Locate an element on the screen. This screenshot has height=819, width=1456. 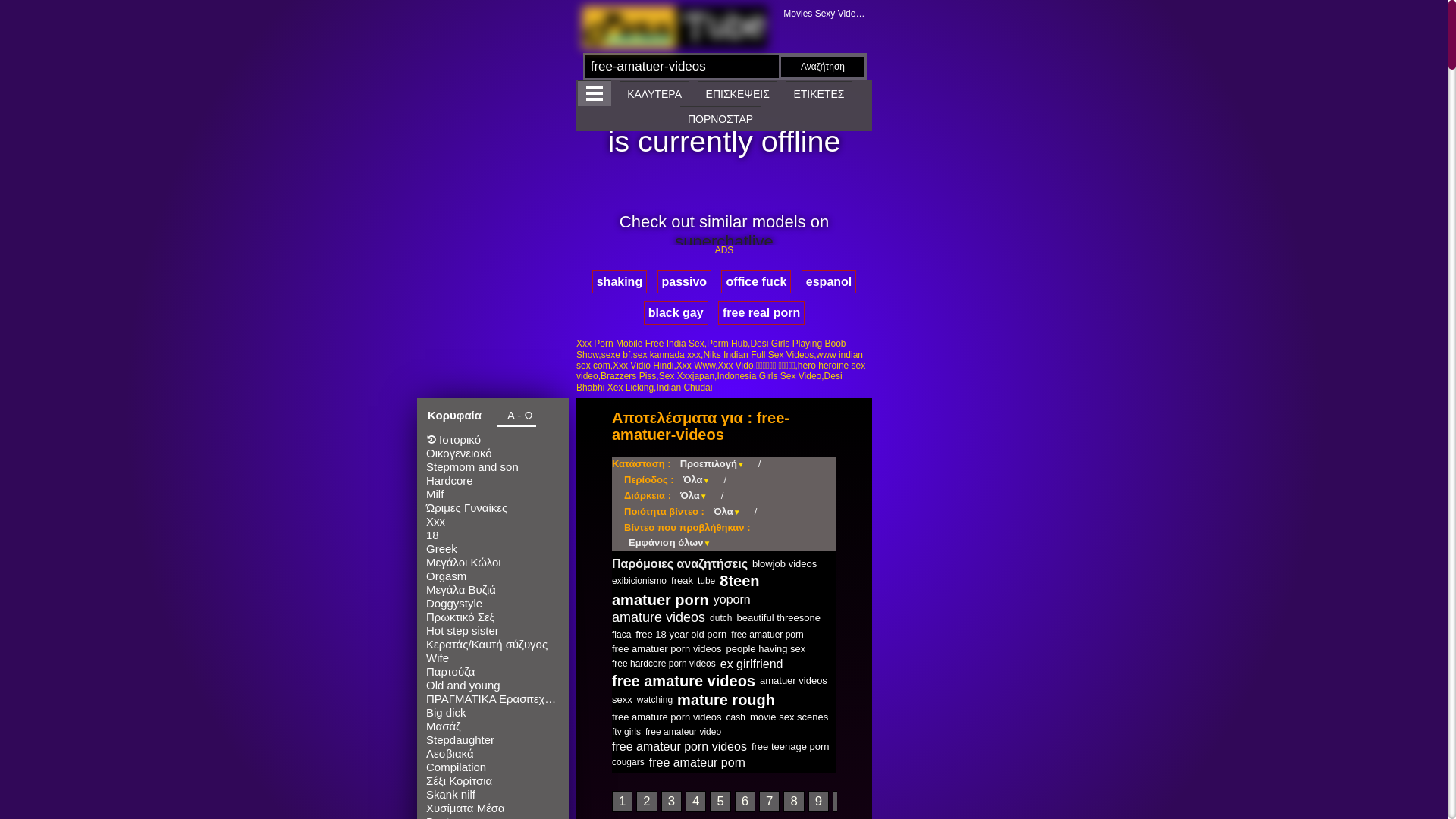
'free 18 year old porn' is located at coordinates (679, 634).